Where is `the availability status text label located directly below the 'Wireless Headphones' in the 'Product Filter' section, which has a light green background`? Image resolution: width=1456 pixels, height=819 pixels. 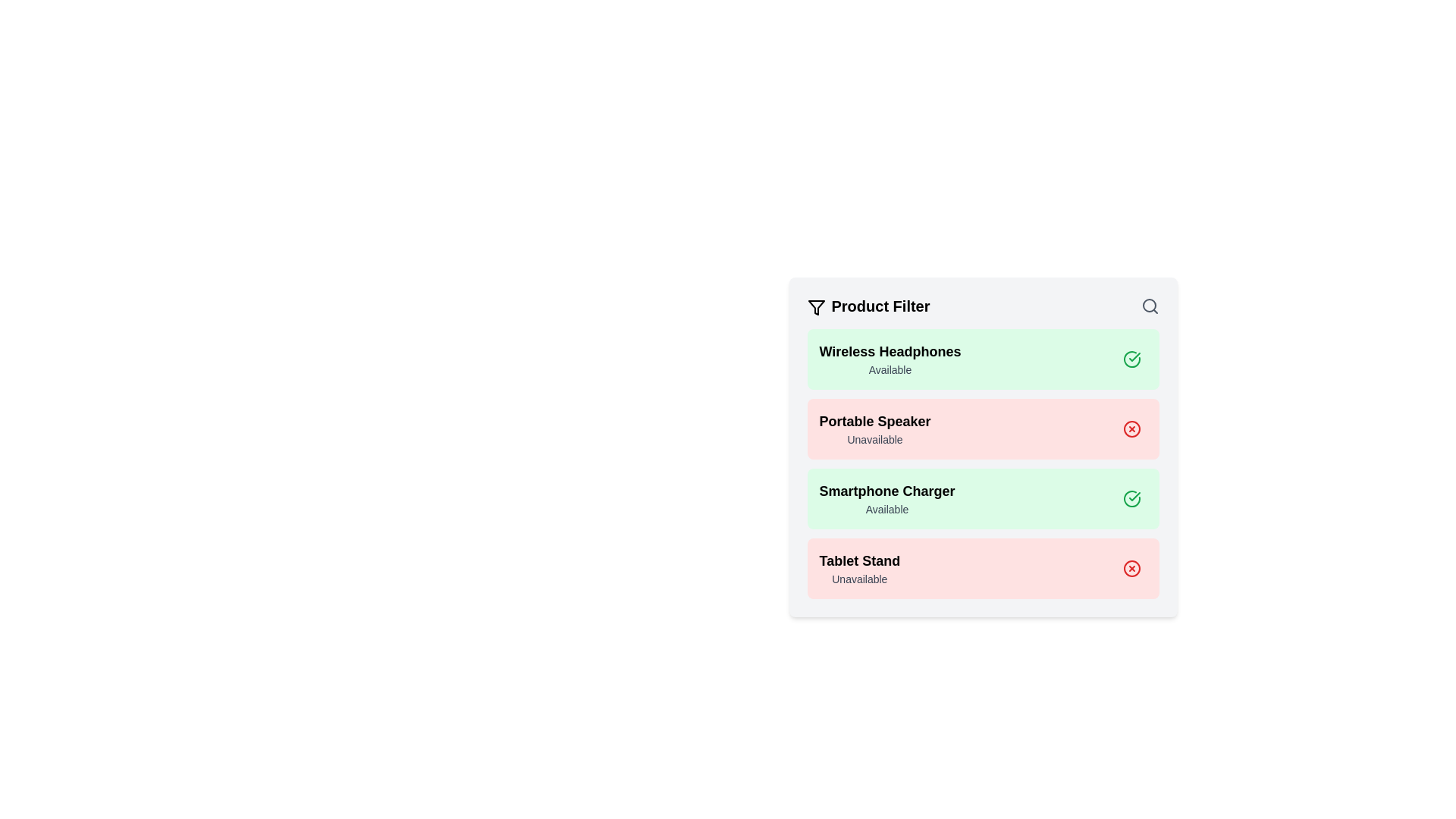 the availability status text label located directly below the 'Wireless Headphones' in the 'Product Filter' section, which has a light green background is located at coordinates (890, 370).